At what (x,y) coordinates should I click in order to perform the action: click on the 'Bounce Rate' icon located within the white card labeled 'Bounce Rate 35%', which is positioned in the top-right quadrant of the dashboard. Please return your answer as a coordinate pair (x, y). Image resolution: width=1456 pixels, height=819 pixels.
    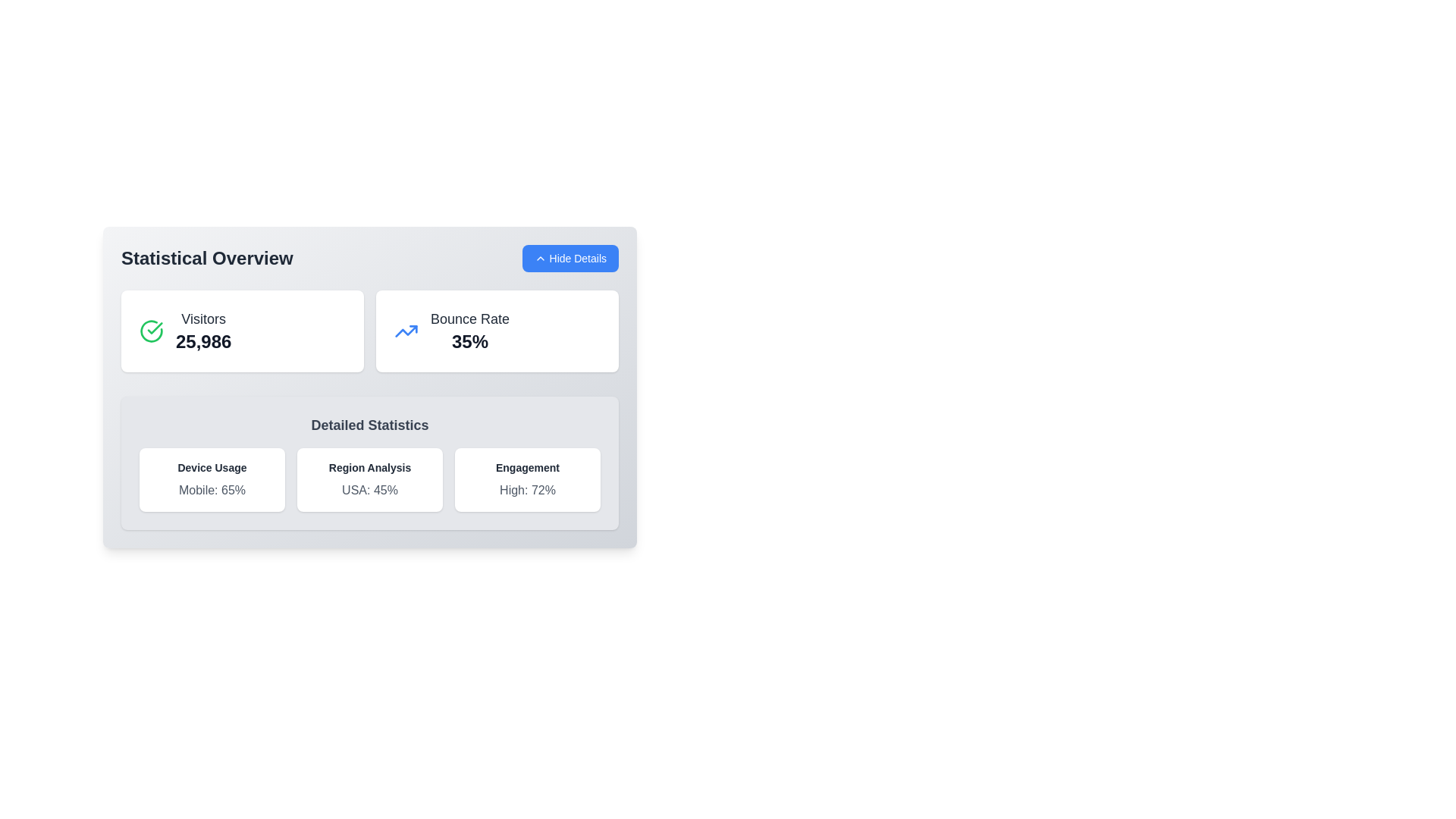
    Looking at the image, I should click on (406, 330).